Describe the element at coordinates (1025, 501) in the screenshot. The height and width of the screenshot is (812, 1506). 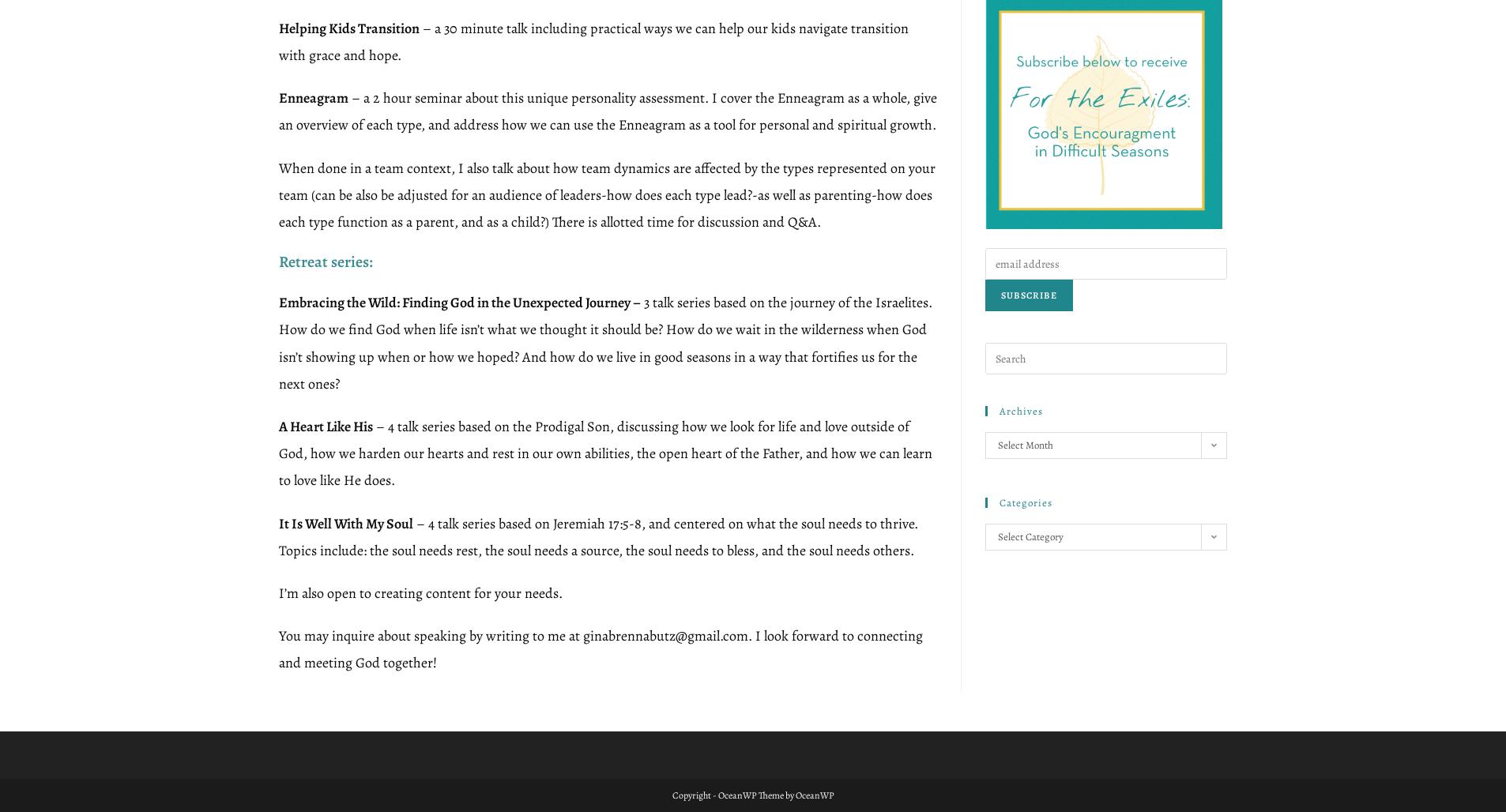
I see `'Categories'` at that location.